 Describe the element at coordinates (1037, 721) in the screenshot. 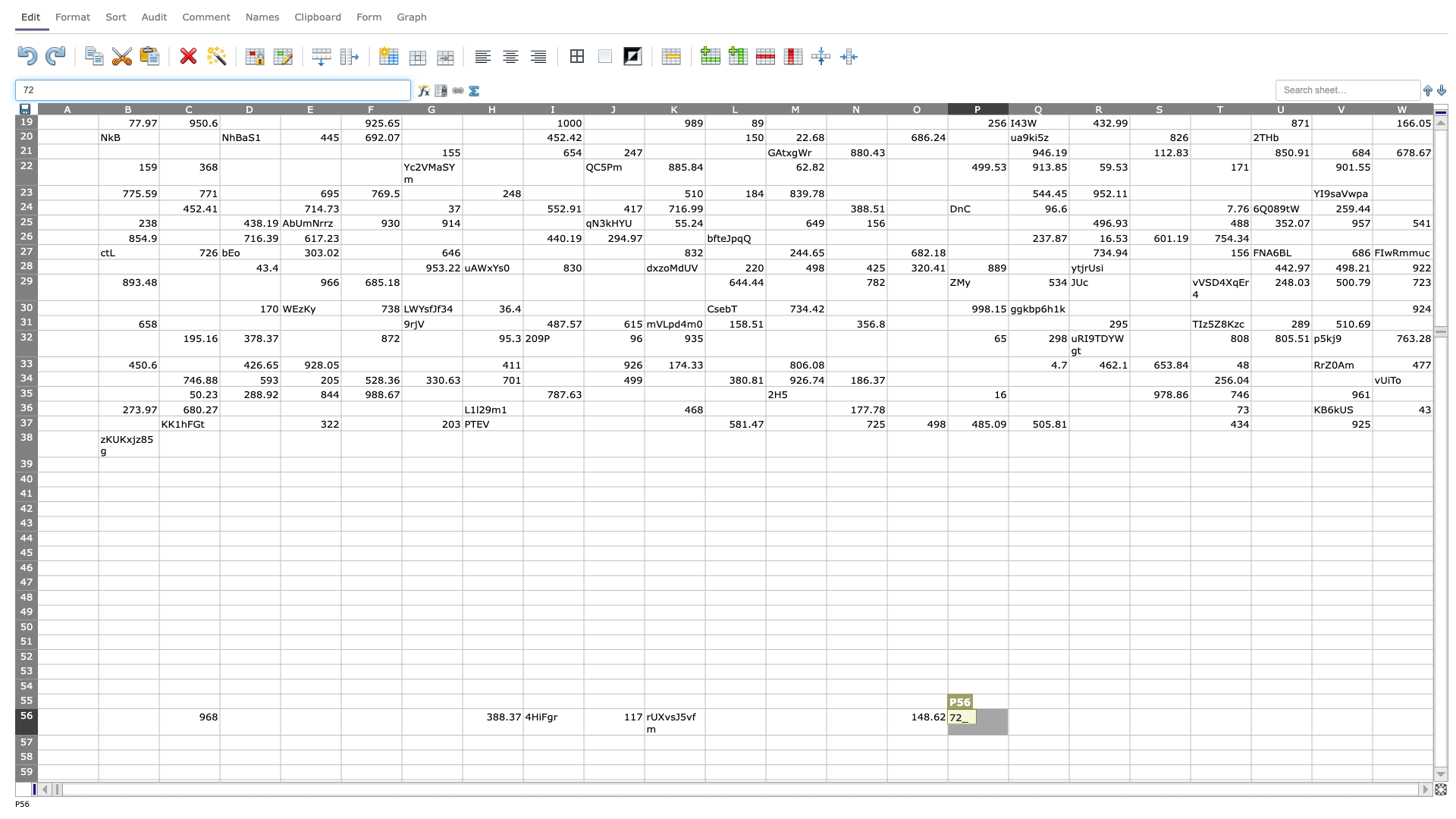

I see `Q56` at that location.